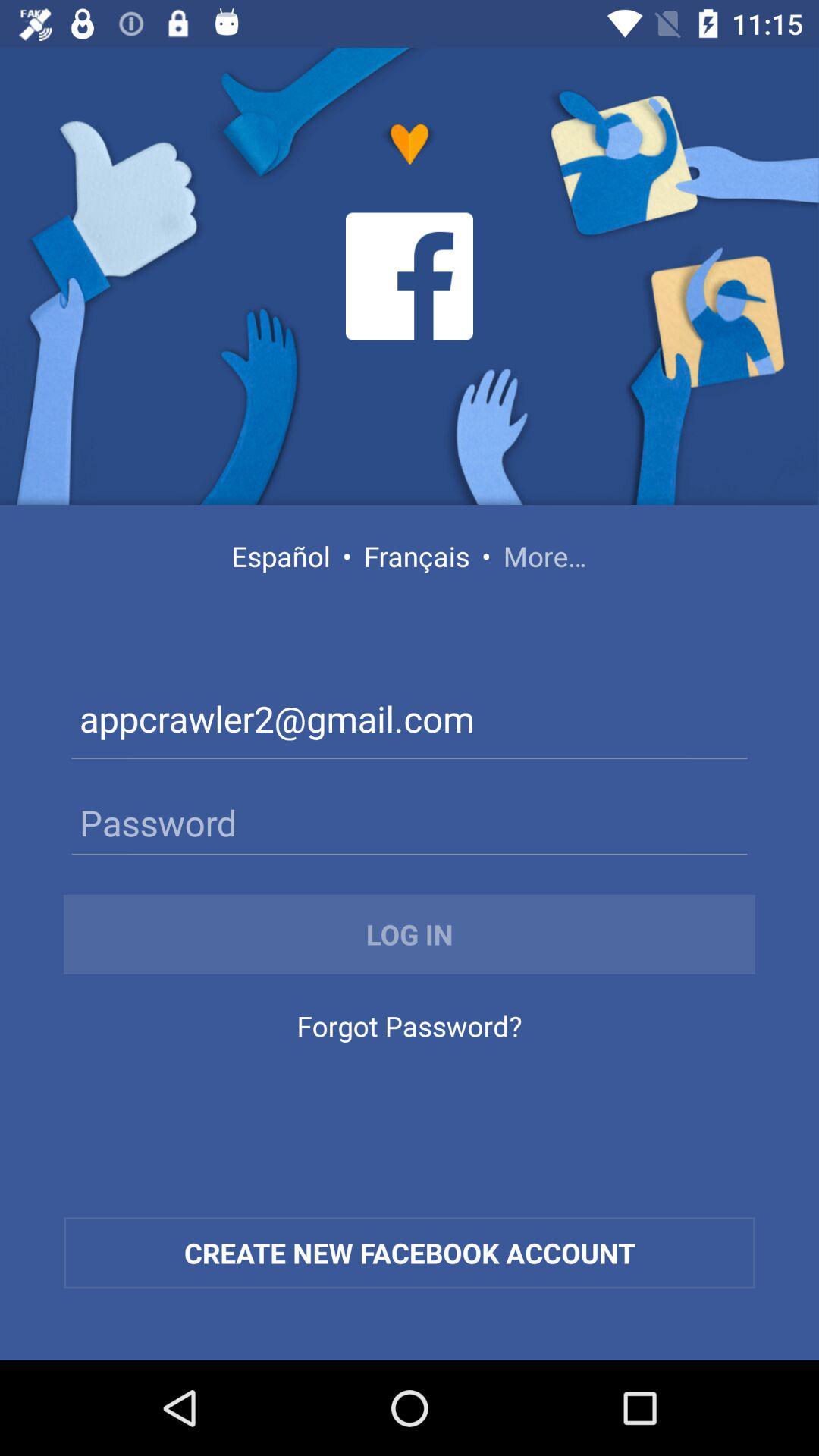  Describe the element at coordinates (409, 721) in the screenshot. I see `the appcrawler2@gmail.com icon` at that location.